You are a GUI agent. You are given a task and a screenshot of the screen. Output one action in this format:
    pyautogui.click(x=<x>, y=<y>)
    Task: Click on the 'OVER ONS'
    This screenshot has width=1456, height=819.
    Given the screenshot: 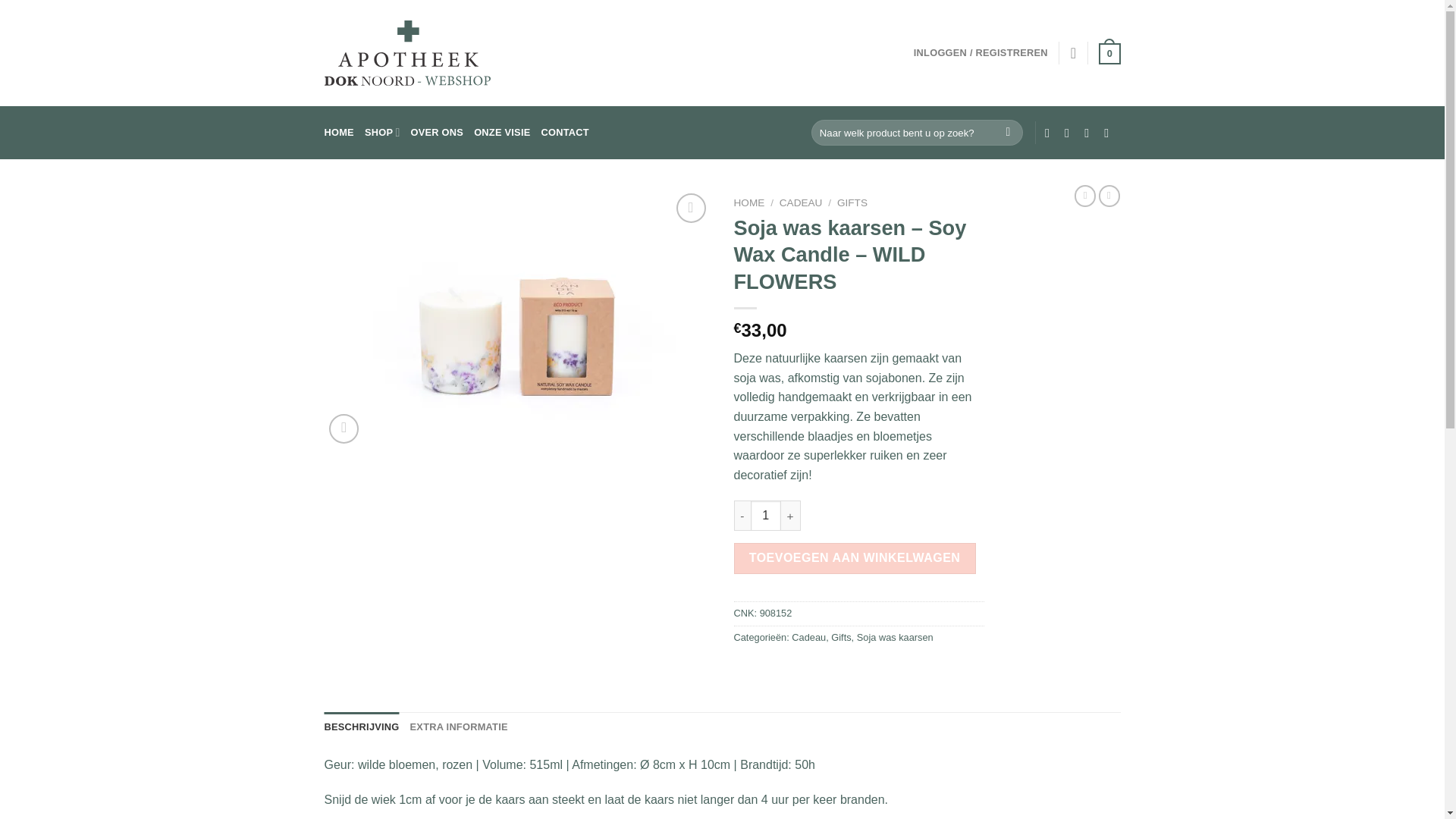 What is the action you would take?
    pyautogui.click(x=436, y=131)
    